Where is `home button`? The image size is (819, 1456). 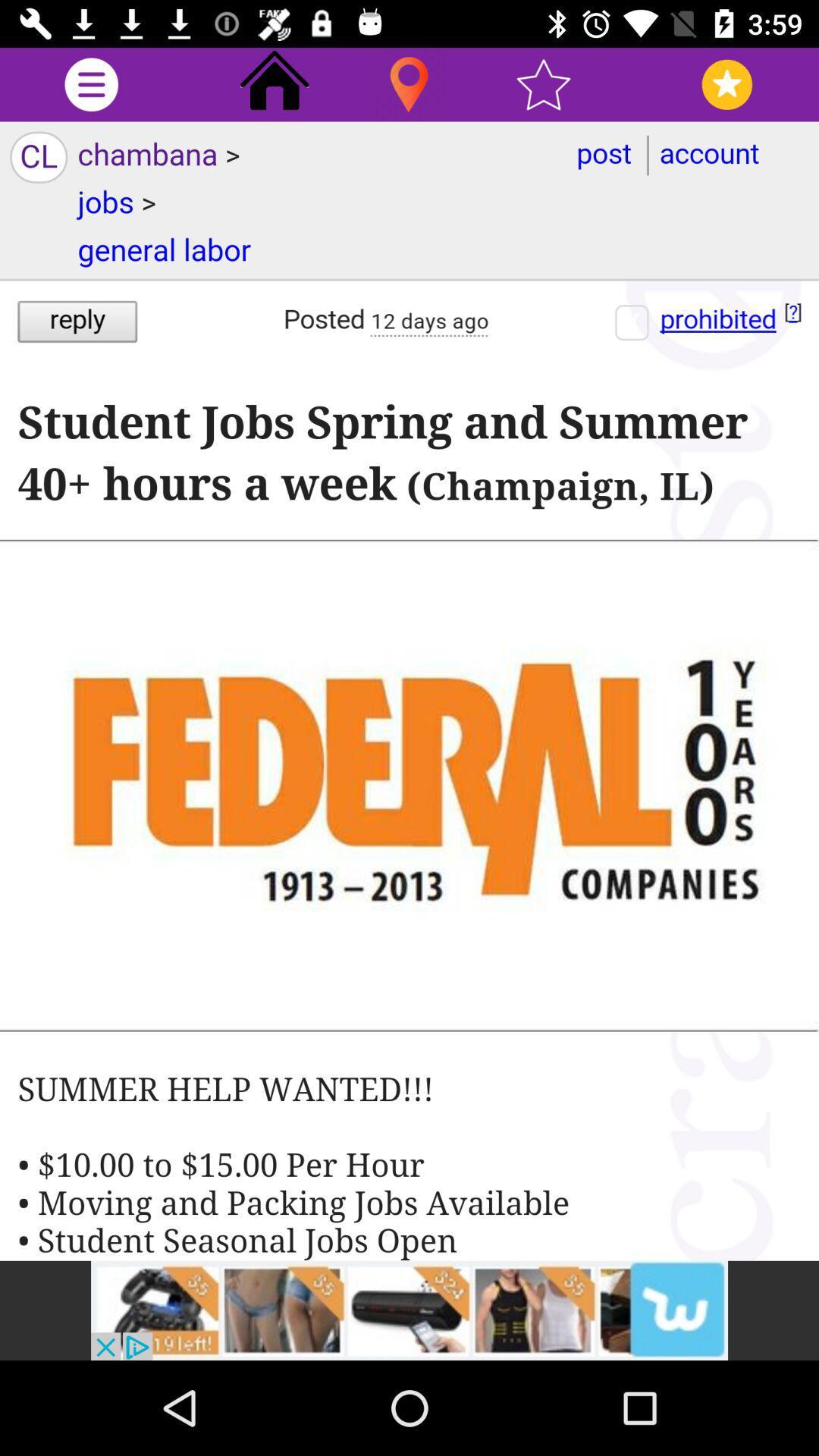 home button is located at coordinates (275, 83).